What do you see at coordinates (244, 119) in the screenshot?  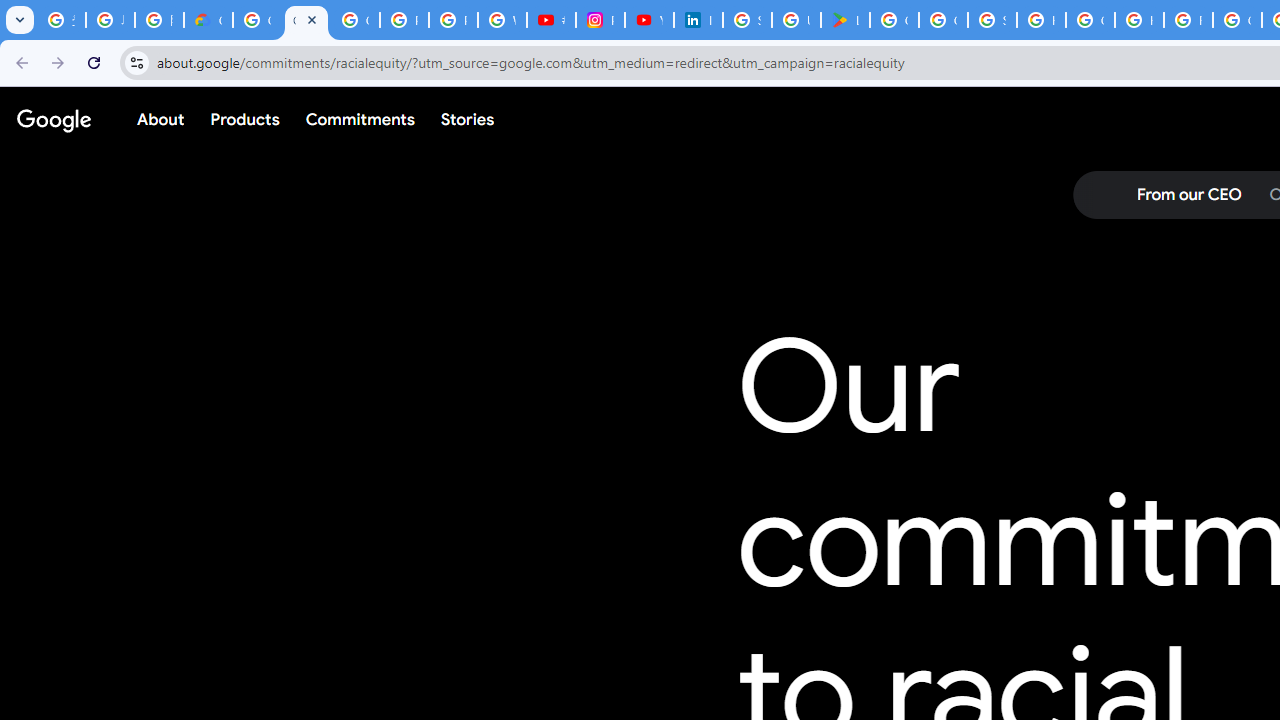 I see `'Products'` at bounding box center [244, 119].